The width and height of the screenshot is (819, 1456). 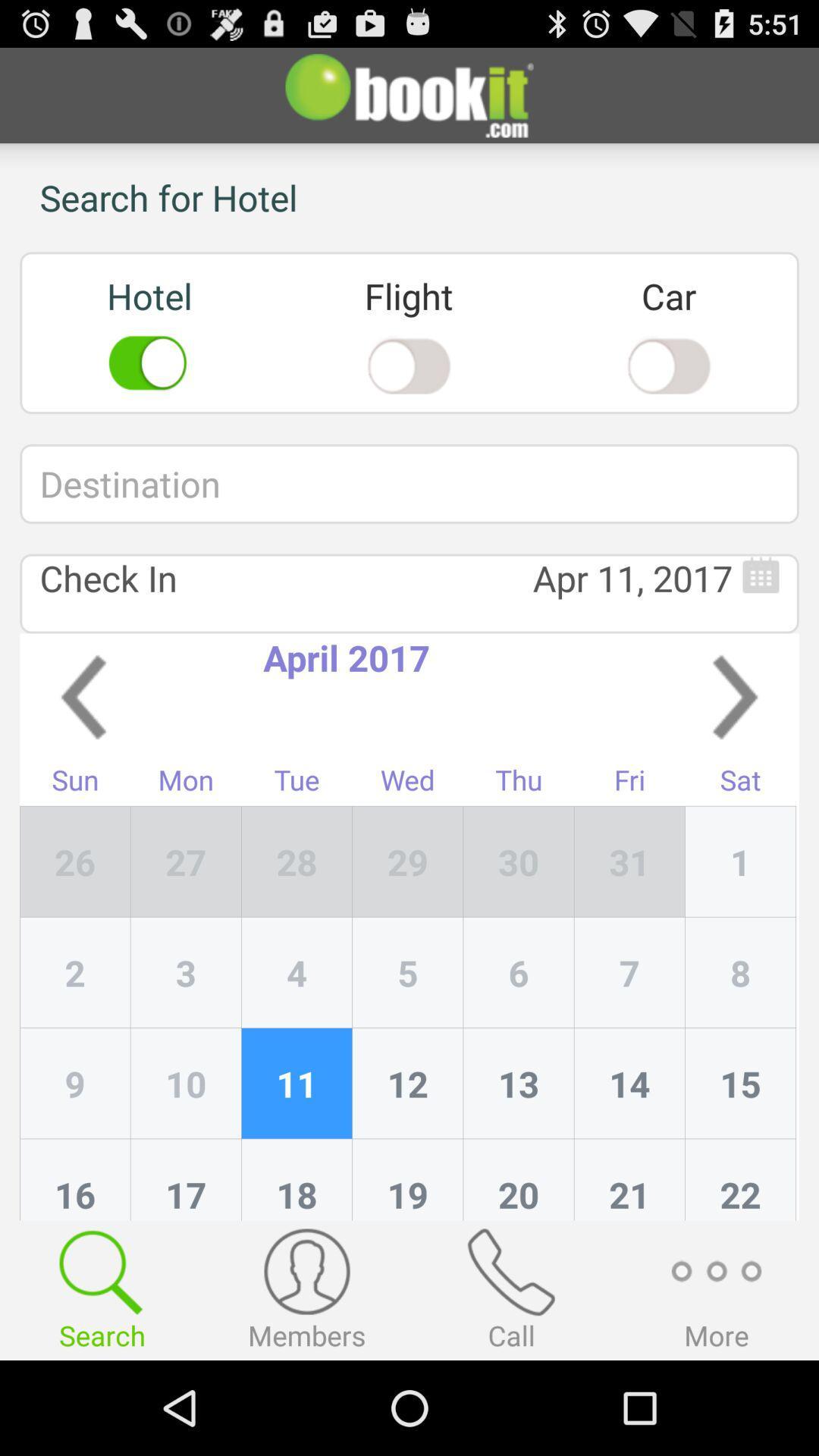 I want to click on the icon next to the fri app, so click(x=518, y=861).